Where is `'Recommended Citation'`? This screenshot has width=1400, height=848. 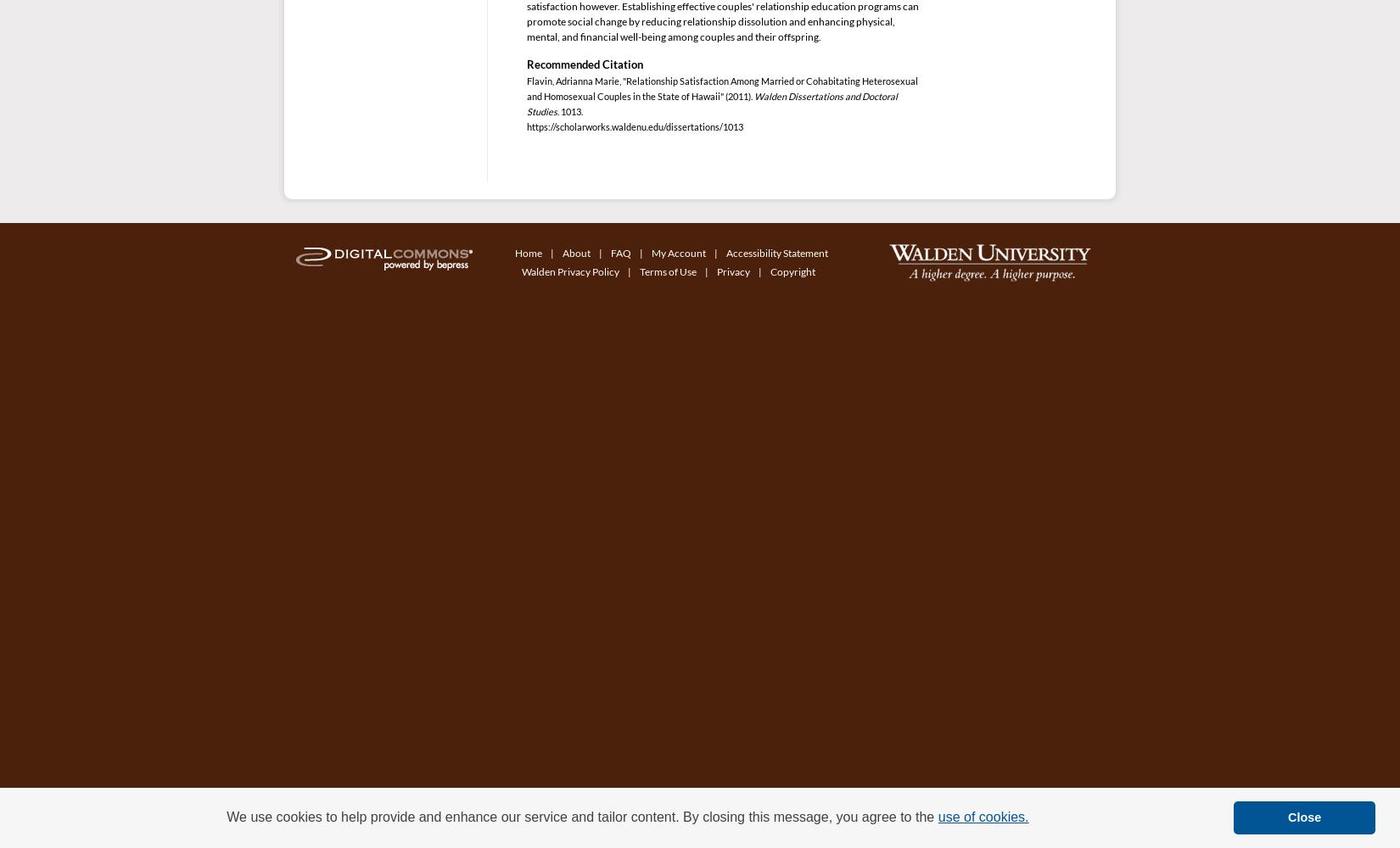
'Recommended Citation' is located at coordinates (584, 64).